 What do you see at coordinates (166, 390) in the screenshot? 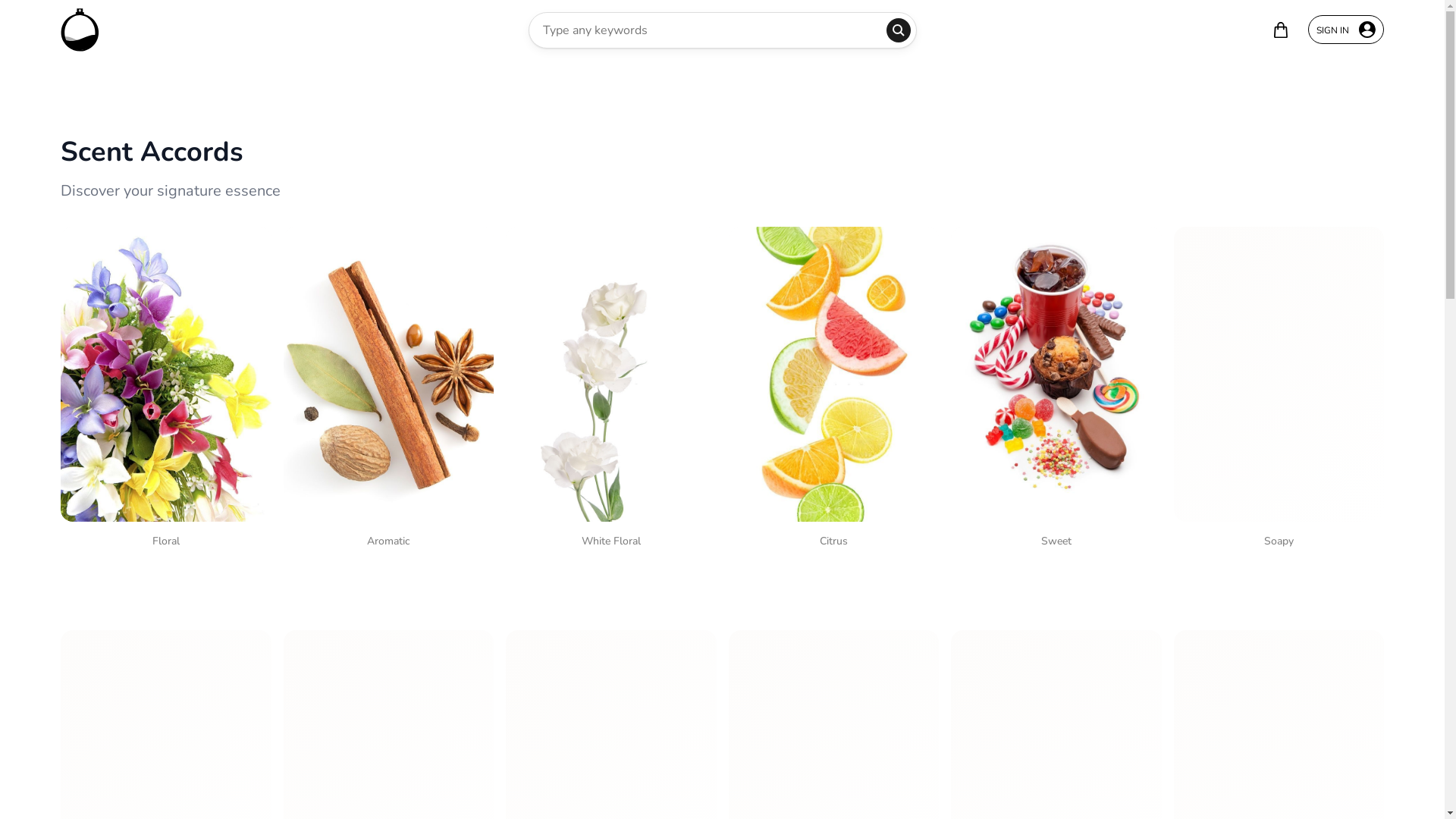
I see `'Floral'` at bounding box center [166, 390].